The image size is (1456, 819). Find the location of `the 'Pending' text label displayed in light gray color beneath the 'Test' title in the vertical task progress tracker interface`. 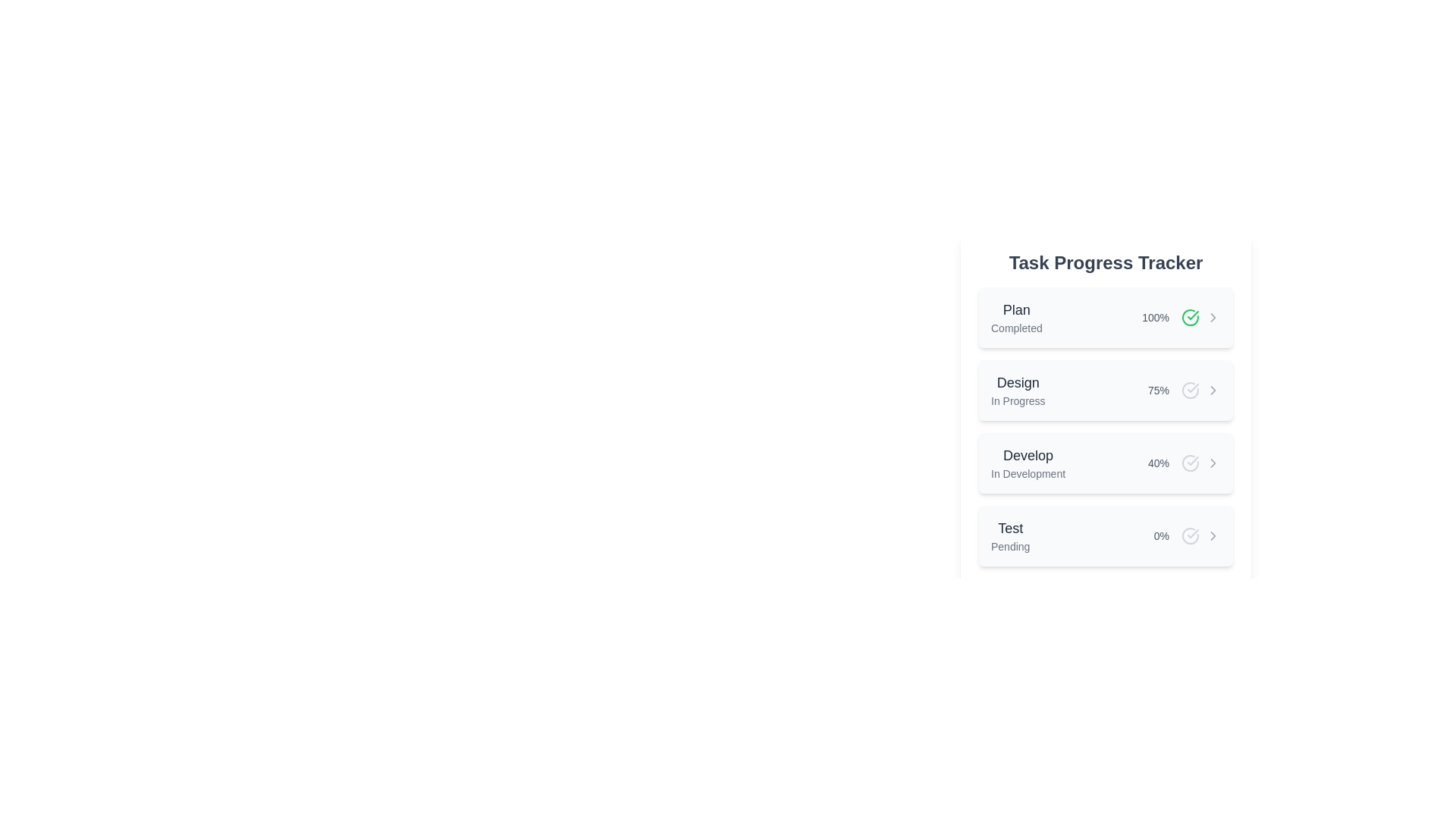

the 'Pending' text label displayed in light gray color beneath the 'Test' title in the vertical task progress tracker interface is located at coordinates (1010, 547).